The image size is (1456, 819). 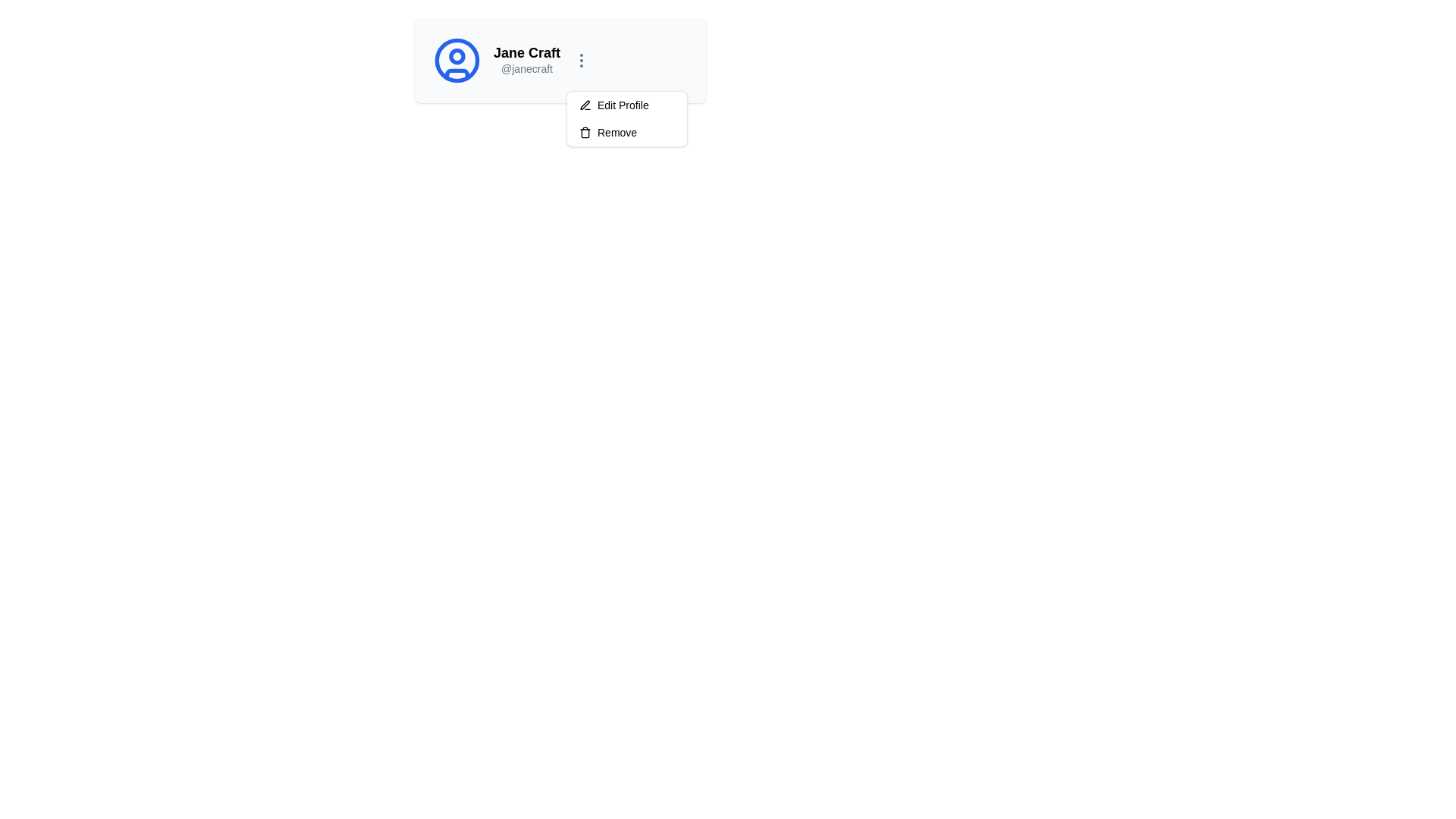 I want to click on the 'Edit Profile' icon located near the 'Edit Profile' text, so click(x=584, y=104).